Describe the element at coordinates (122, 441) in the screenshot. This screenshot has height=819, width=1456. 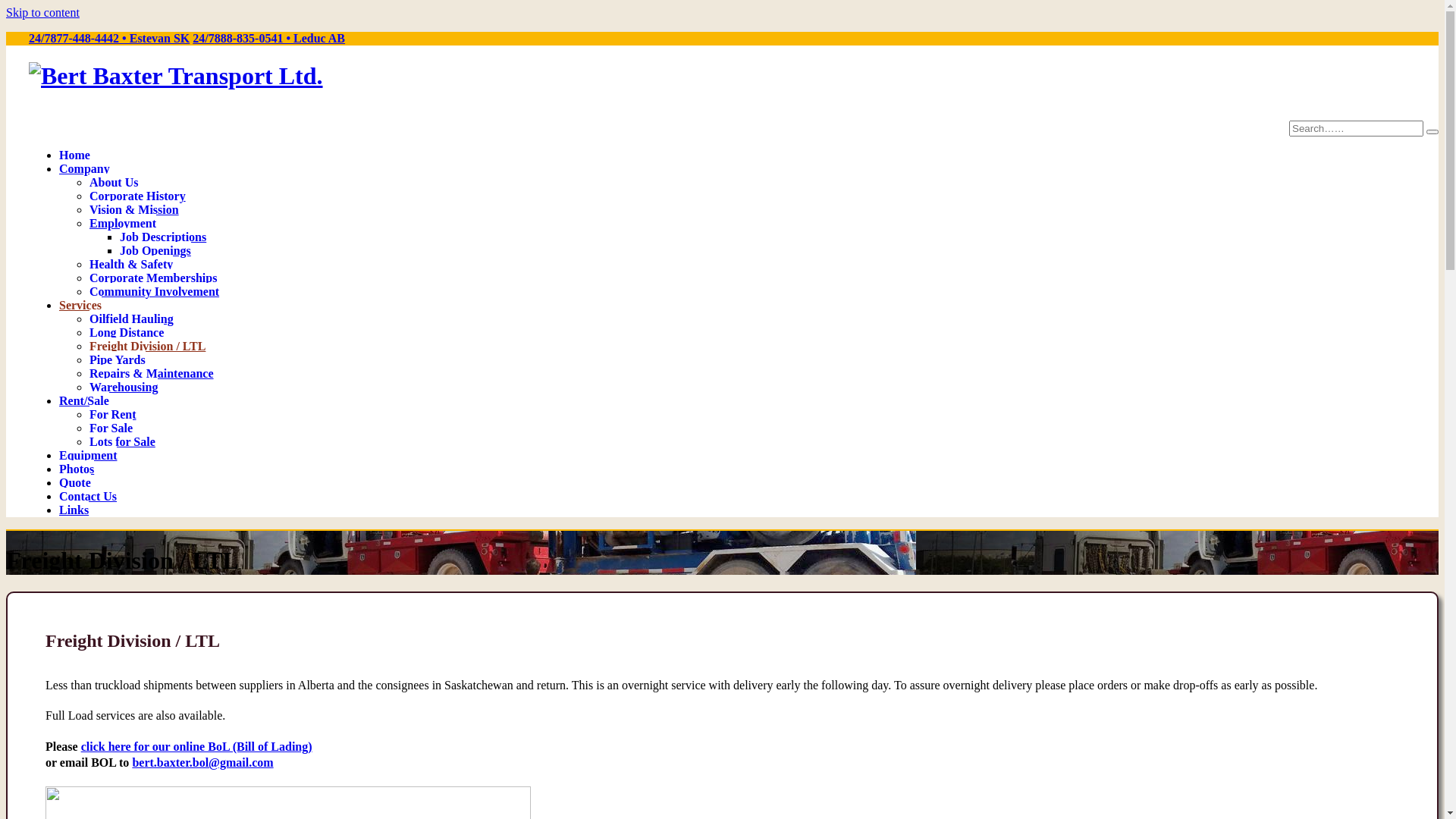
I see `'Lots for Sale'` at that location.